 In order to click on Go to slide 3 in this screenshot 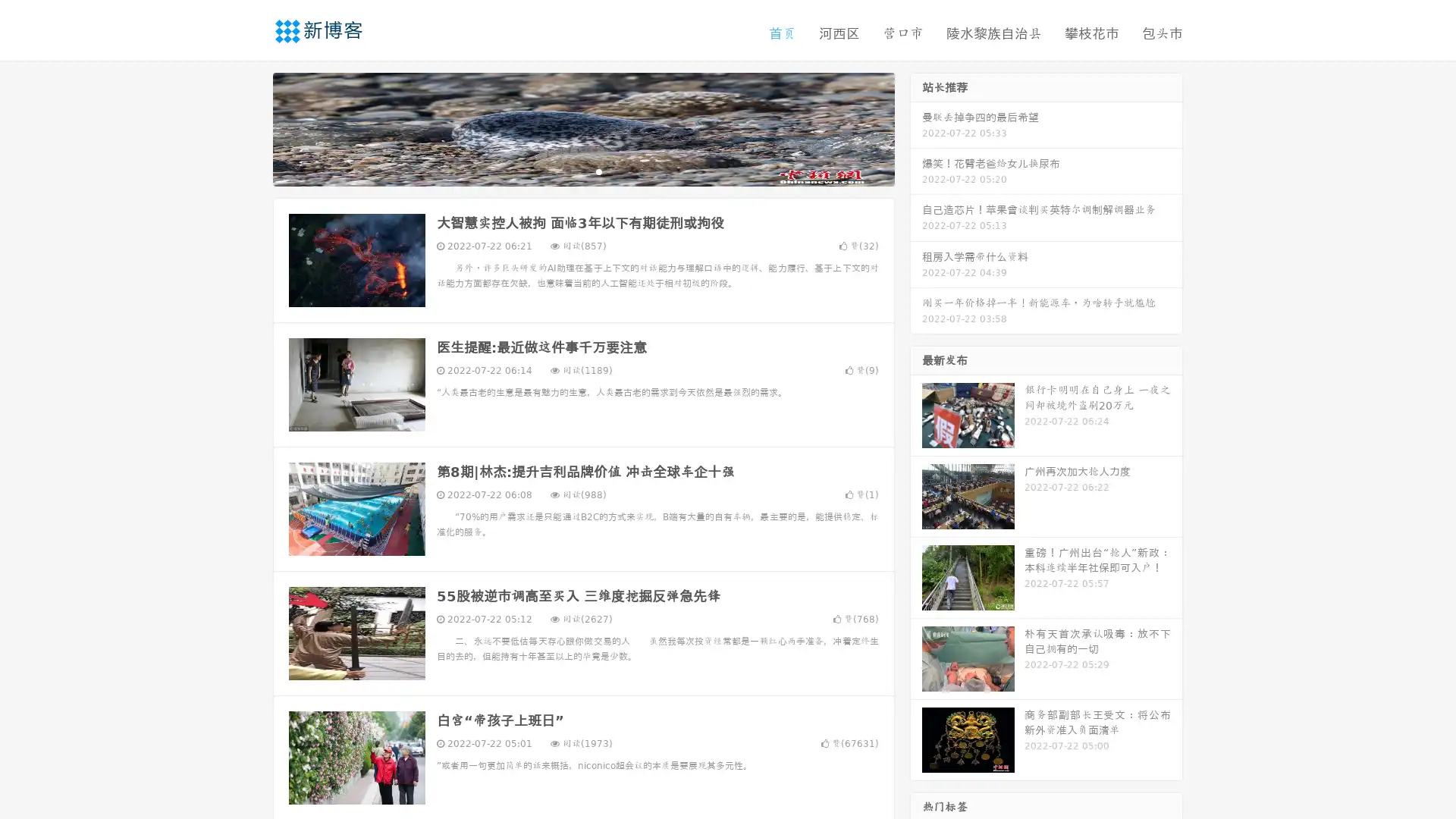, I will do `click(598, 171)`.